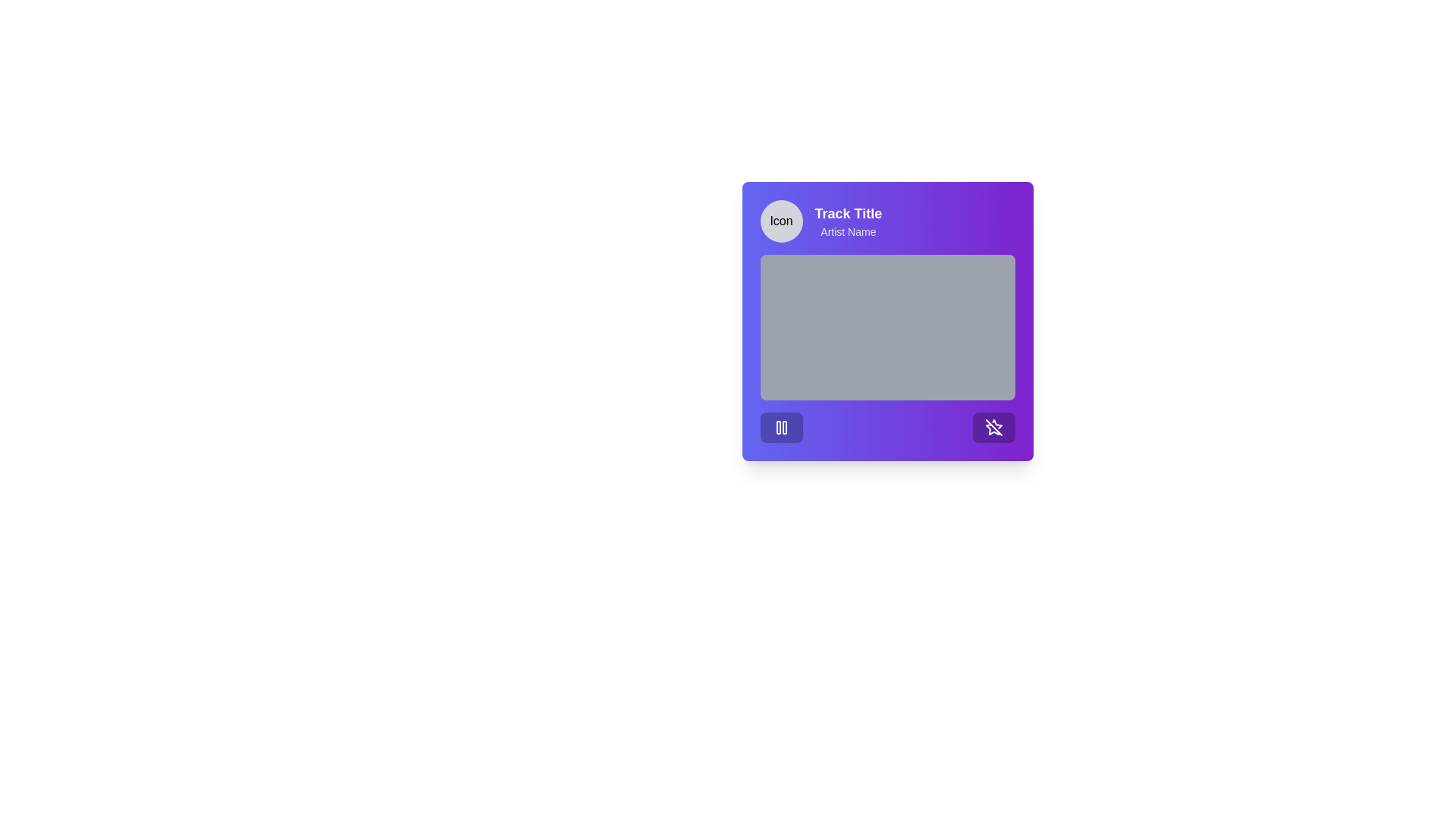 The width and height of the screenshot is (1456, 819). Describe the element at coordinates (847, 221) in the screenshot. I see `the Text block displaying the title and artist name of the media track, which is located to the right of the 'Icon' in the top-left corner of a card component` at that location.